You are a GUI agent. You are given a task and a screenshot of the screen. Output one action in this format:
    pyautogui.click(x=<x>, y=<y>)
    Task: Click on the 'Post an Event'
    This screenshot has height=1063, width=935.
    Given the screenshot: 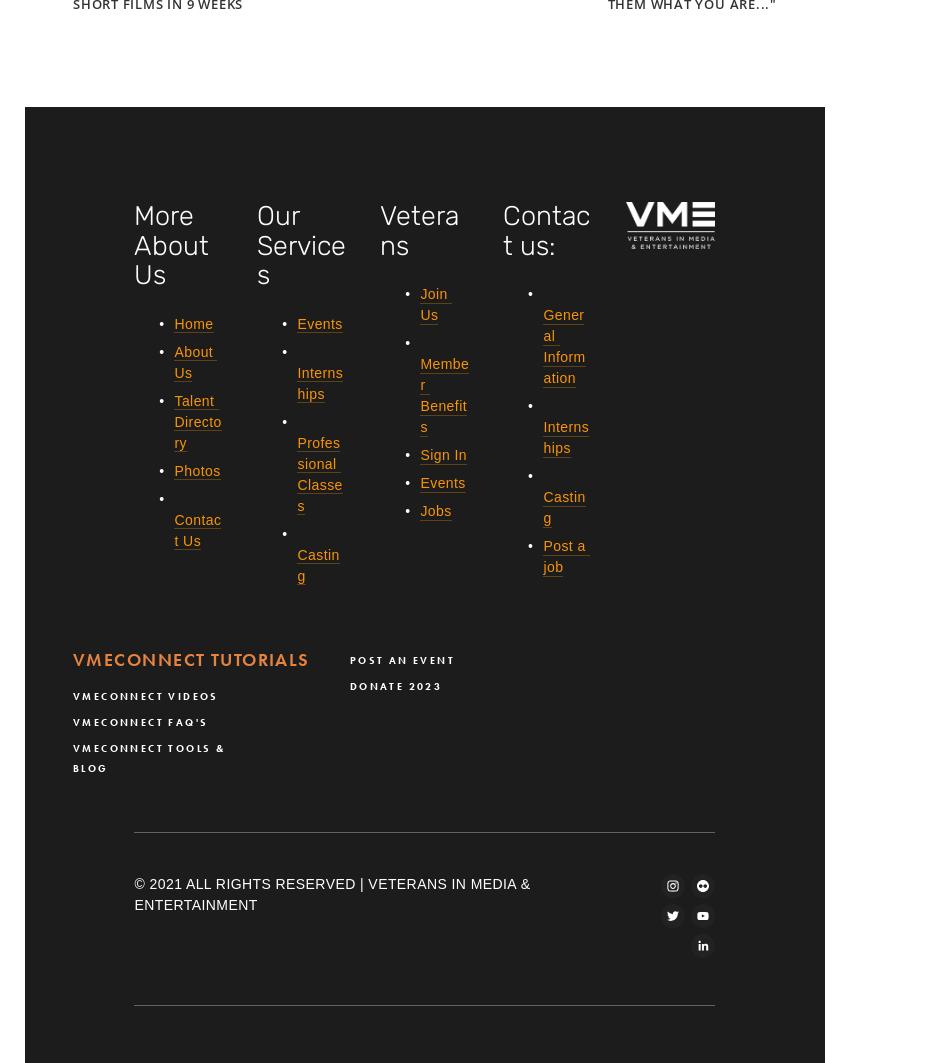 What is the action you would take?
    pyautogui.click(x=401, y=658)
    